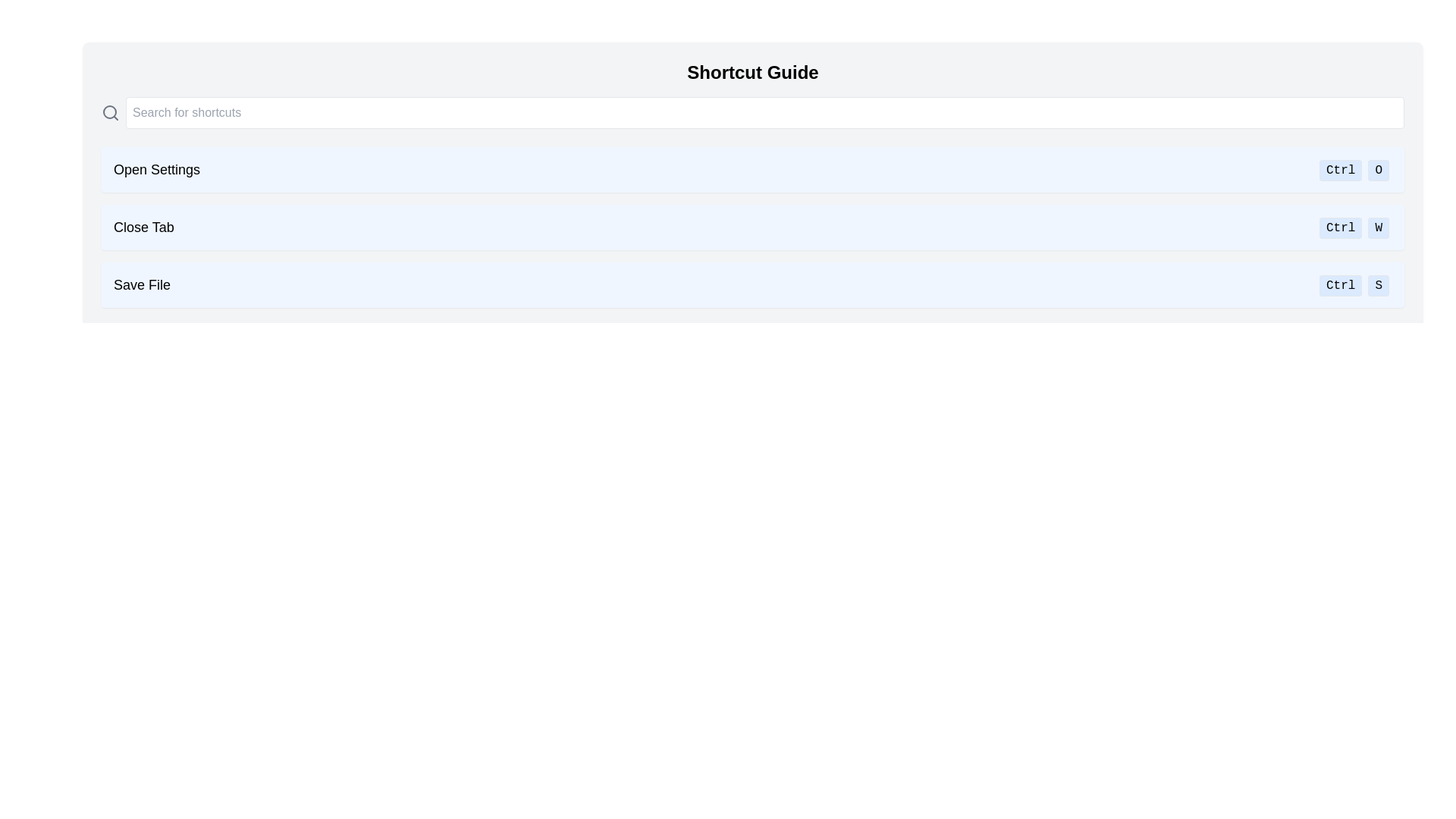  Describe the element at coordinates (1354, 169) in the screenshot. I see `the shortcut indicator for the 'Open Settings' action, which indicates the keyboard shortcut 'Ctrl + O', located at the far right side of the corresponding row` at that location.